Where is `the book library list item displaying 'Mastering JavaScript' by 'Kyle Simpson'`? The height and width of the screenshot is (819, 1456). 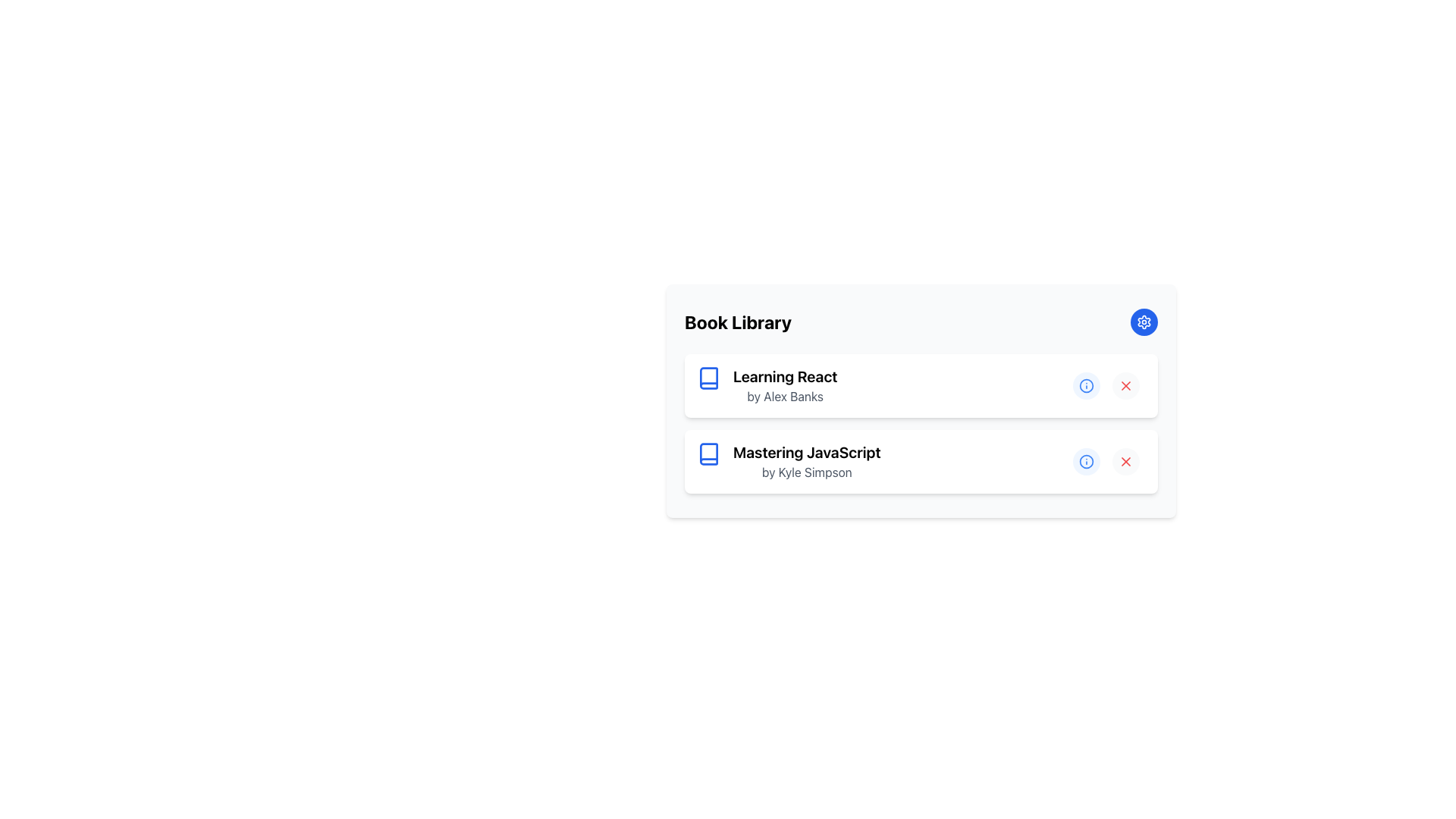
the book library list item displaying 'Mastering JavaScript' by 'Kyle Simpson' is located at coordinates (789, 461).